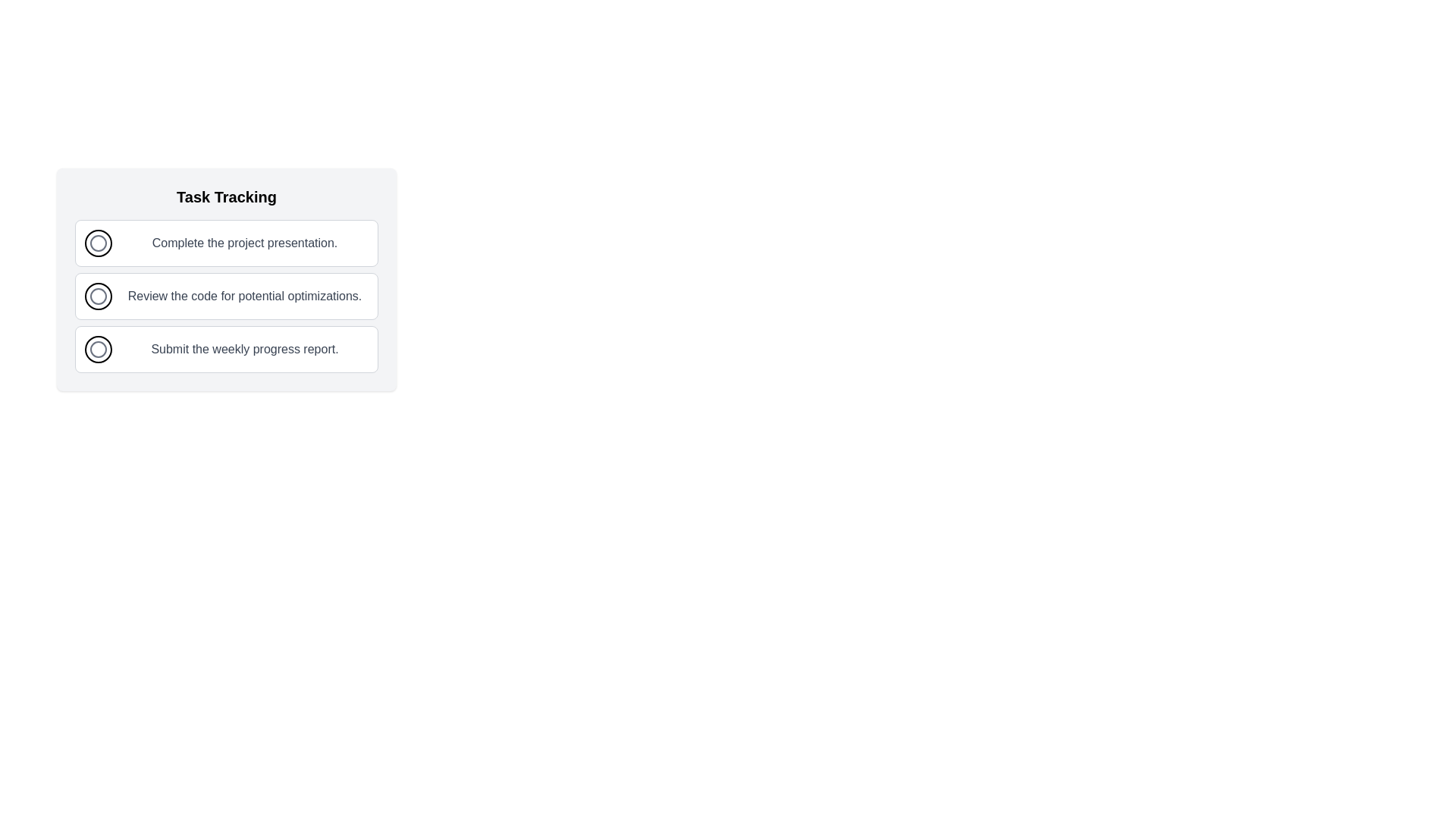  What do you see at coordinates (244, 296) in the screenshot?
I see `the central text label that instructs users about the interactive task selection interface, positioned between 'Complete the project presentation.' and 'Submit the weekly progress report.'` at bounding box center [244, 296].